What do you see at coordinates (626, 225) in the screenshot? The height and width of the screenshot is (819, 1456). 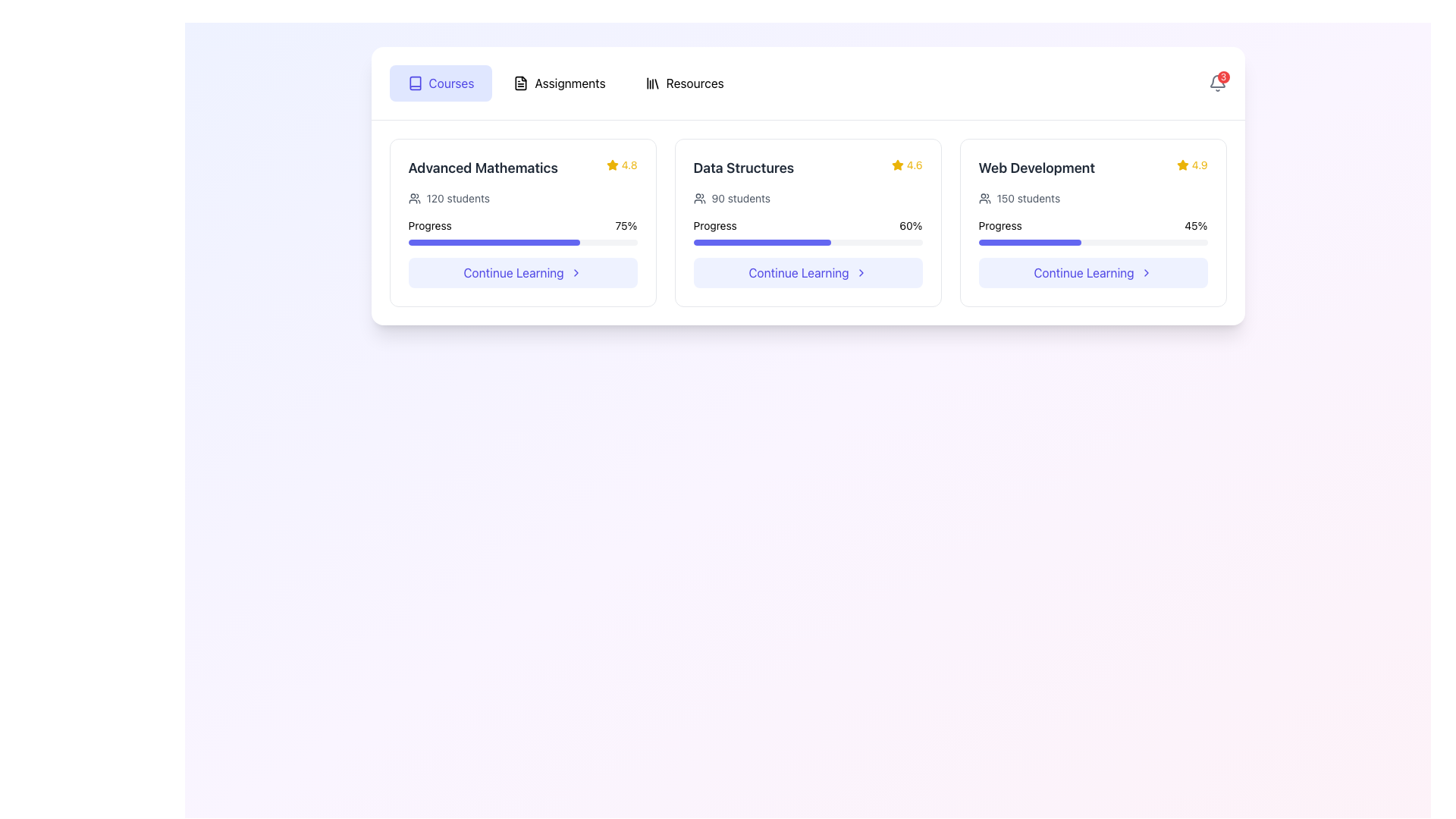 I see `progress percentage displayed in the text element that indicates the completion rate for the 'Advanced Mathematics' course, located to the right of the word 'Progress'` at bounding box center [626, 225].